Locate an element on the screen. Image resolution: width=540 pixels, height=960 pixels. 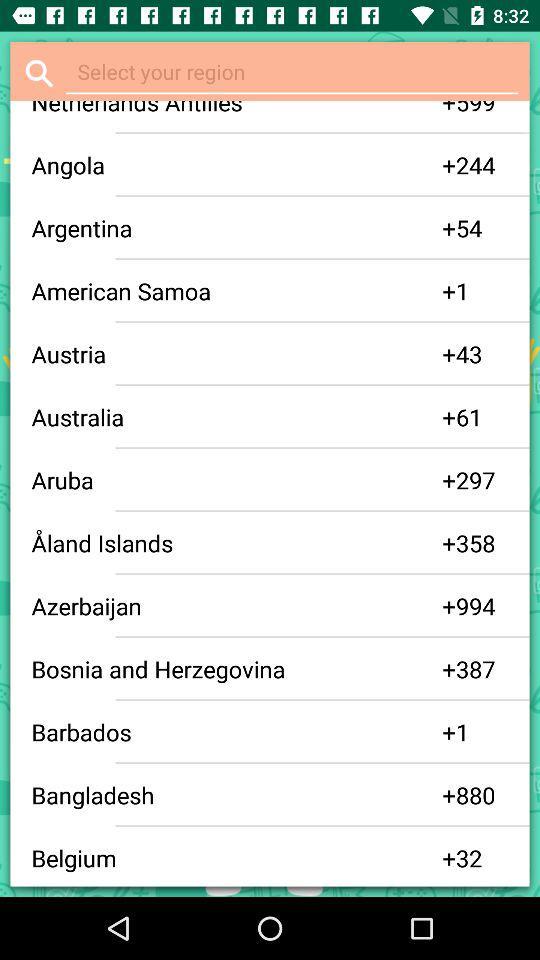
the icon next to the 599 is located at coordinates (449, 109).